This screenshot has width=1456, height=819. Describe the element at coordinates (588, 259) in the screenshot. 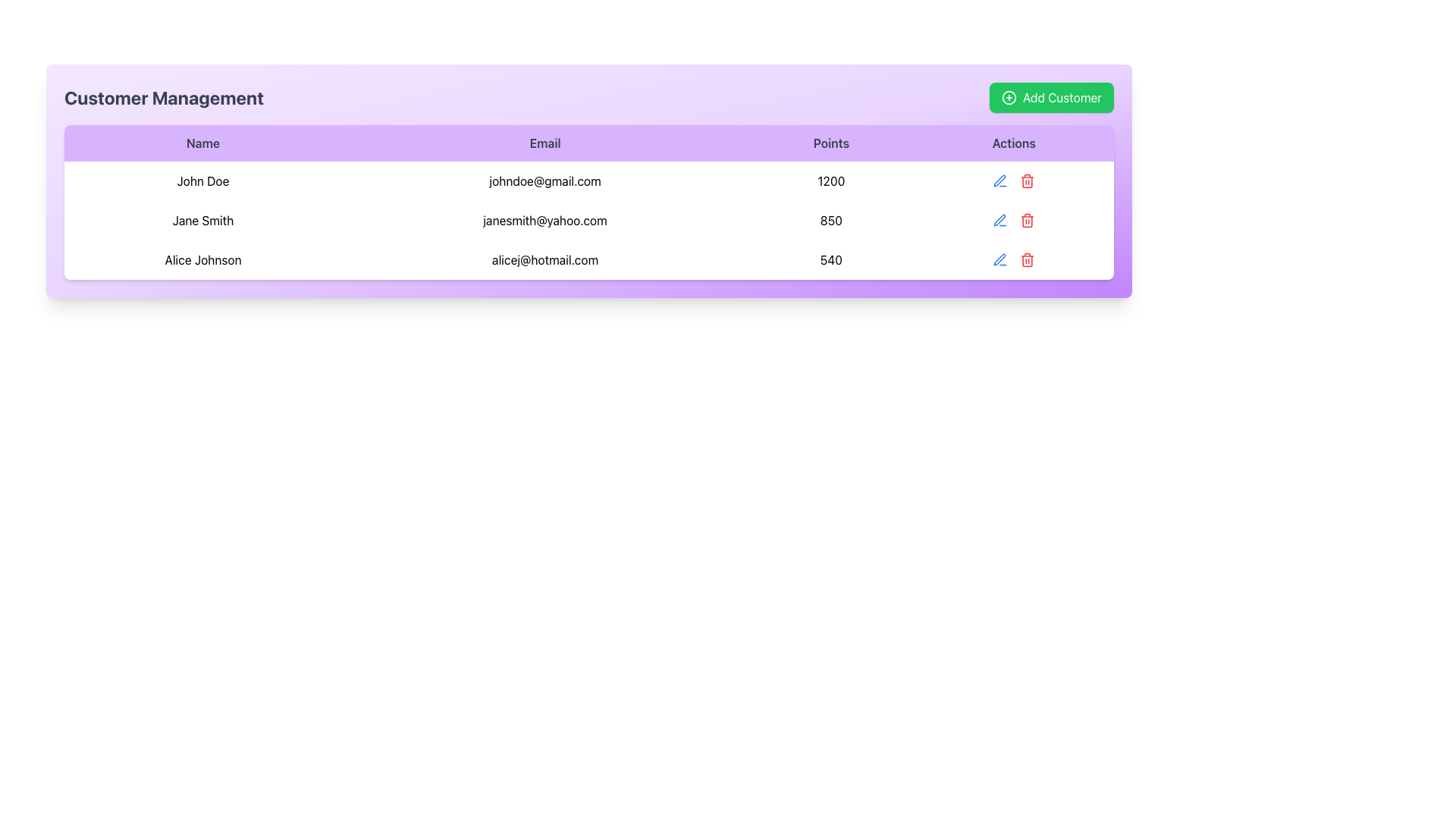

I see `the third row of the user details table, which contains 'Alice Johnson', 'alicej@hotmail.com', '540' points, and action icons for editing and deleting` at that location.